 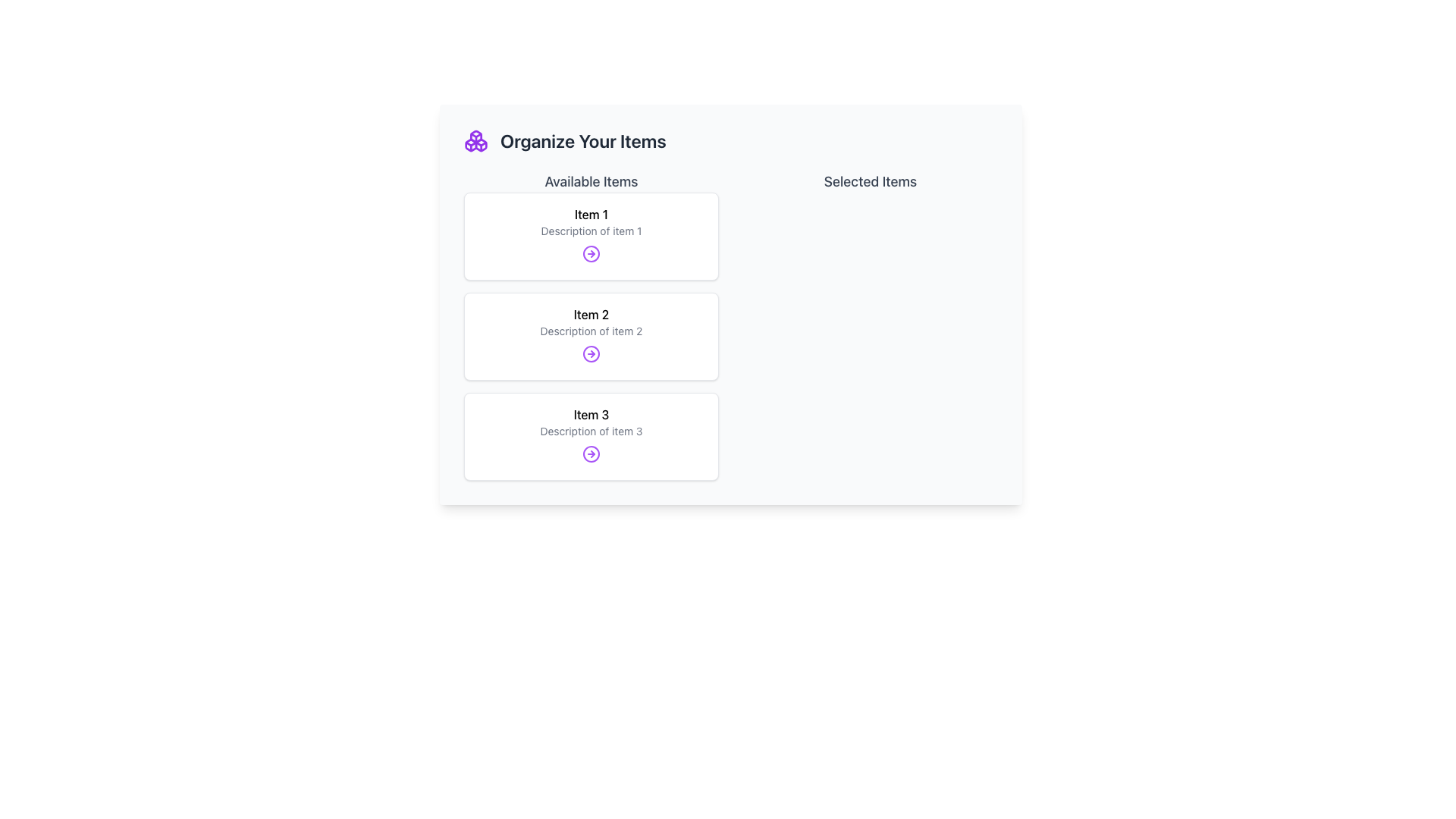 What do you see at coordinates (590, 353) in the screenshot?
I see `the circular outline in purple hue, which is the central part of the icon within the 'Item 2' card under 'Available Items'` at bounding box center [590, 353].